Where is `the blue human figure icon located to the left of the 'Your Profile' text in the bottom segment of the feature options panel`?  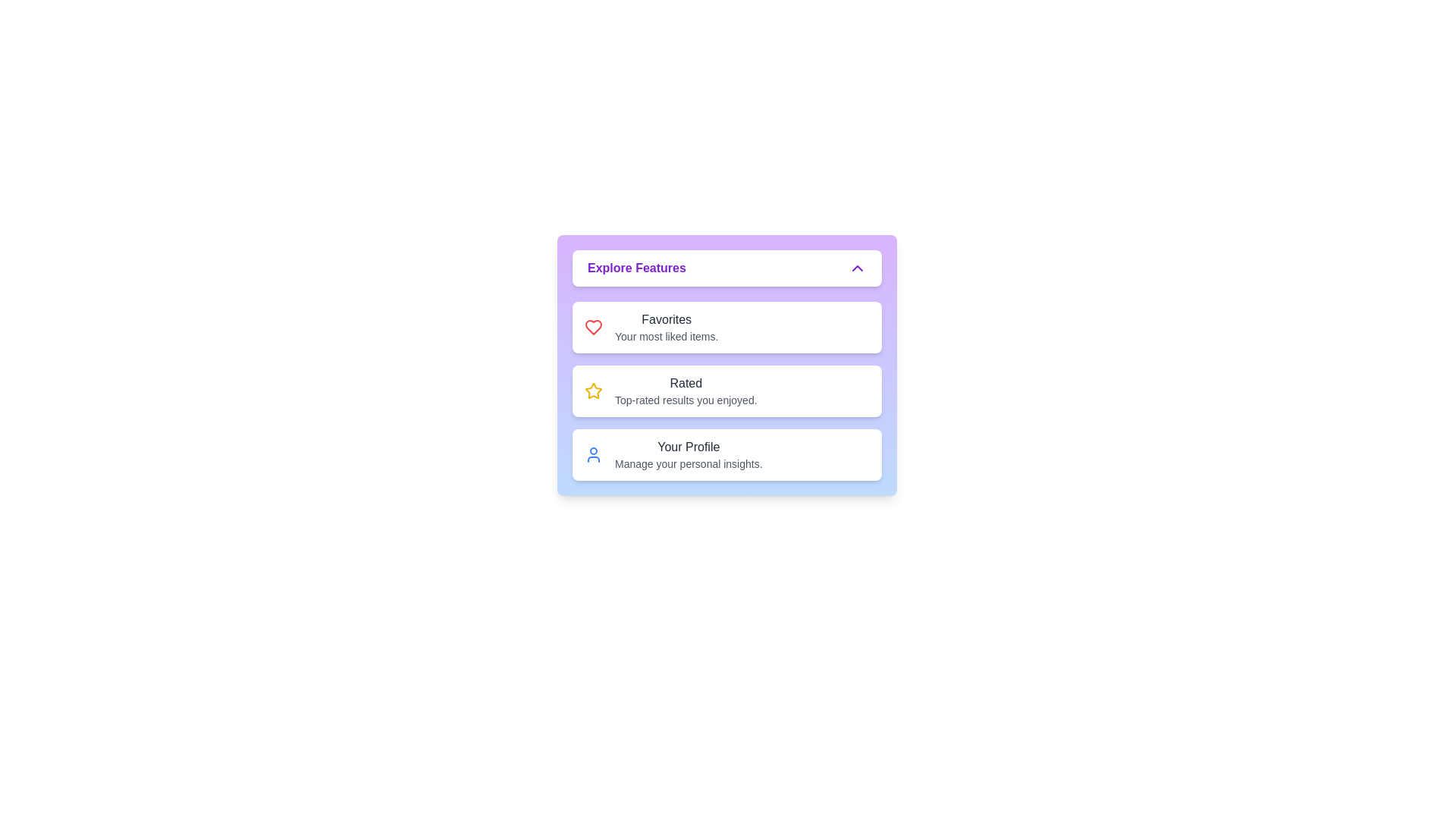
the blue human figure icon located to the left of the 'Your Profile' text in the bottom segment of the feature options panel is located at coordinates (592, 454).